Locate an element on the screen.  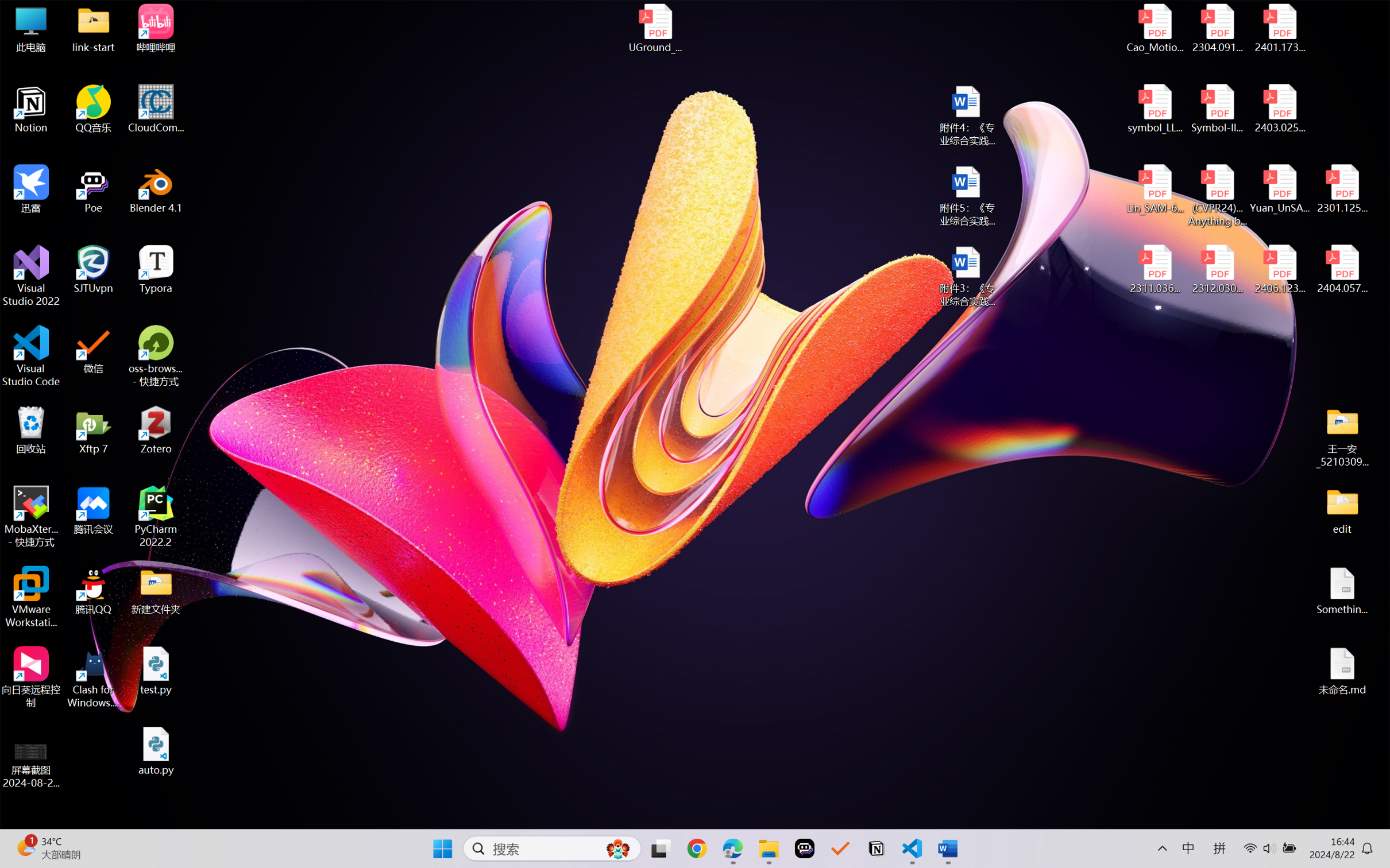
'2403.02502v1.pdf' is located at coordinates (1279, 109).